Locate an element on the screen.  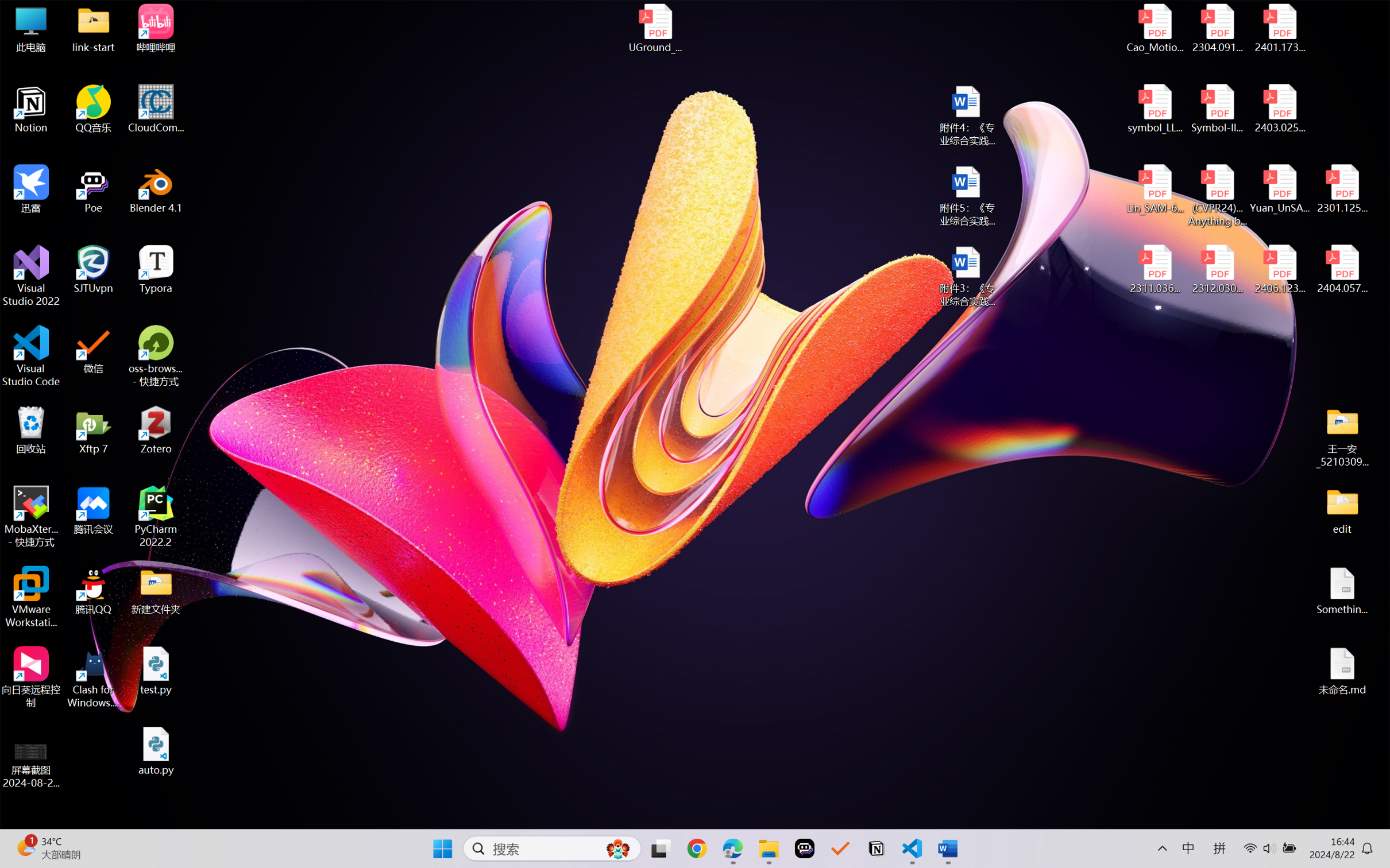
'2403.02502v1.pdf' is located at coordinates (1279, 109).